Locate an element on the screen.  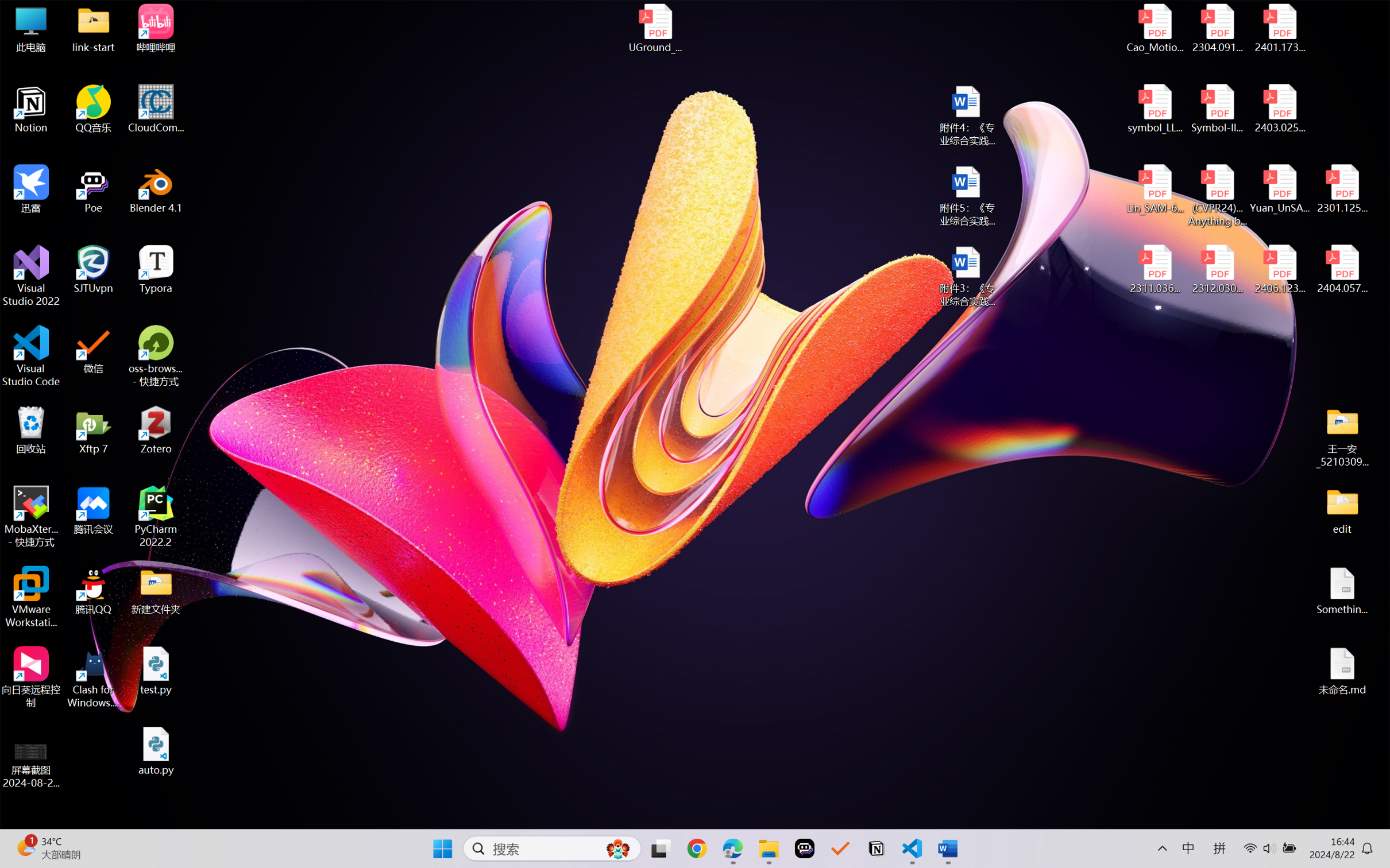
'2403.02502v1.pdf' is located at coordinates (1279, 109).